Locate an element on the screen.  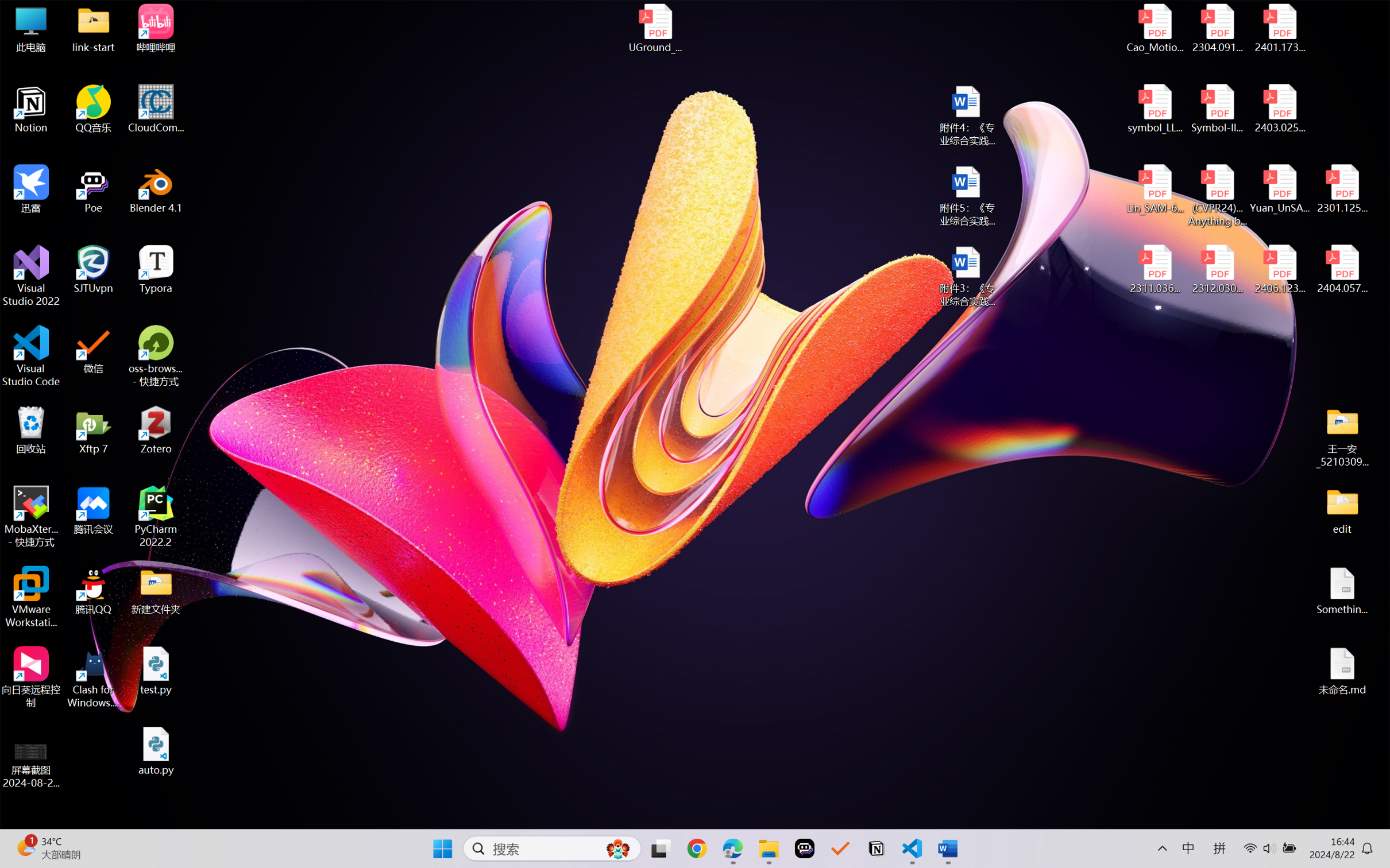
'2403.02502v1.pdf' is located at coordinates (1279, 109).